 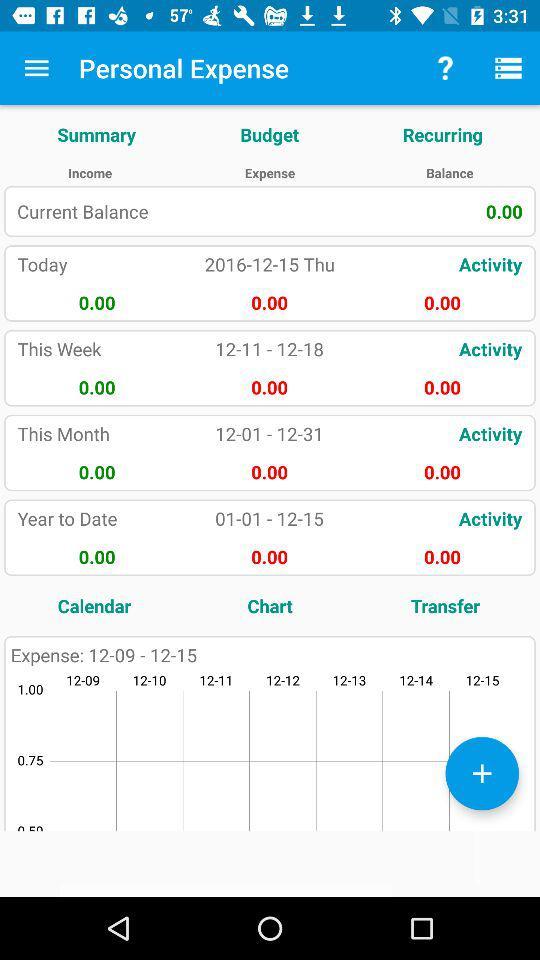 I want to click on icon above the recurring icon, so click(x=508, y=68).